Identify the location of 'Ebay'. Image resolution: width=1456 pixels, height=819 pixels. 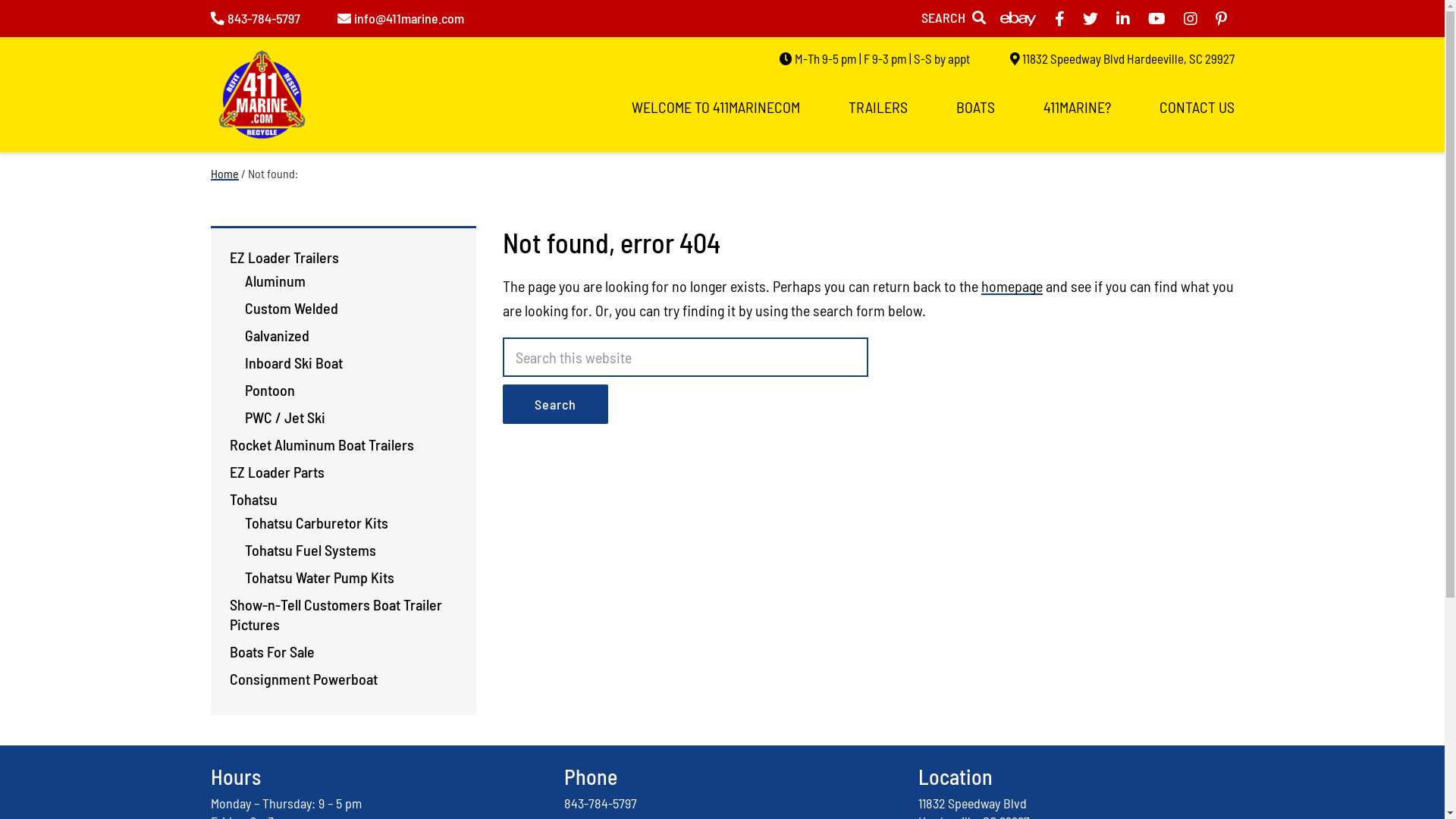
(999, 18).